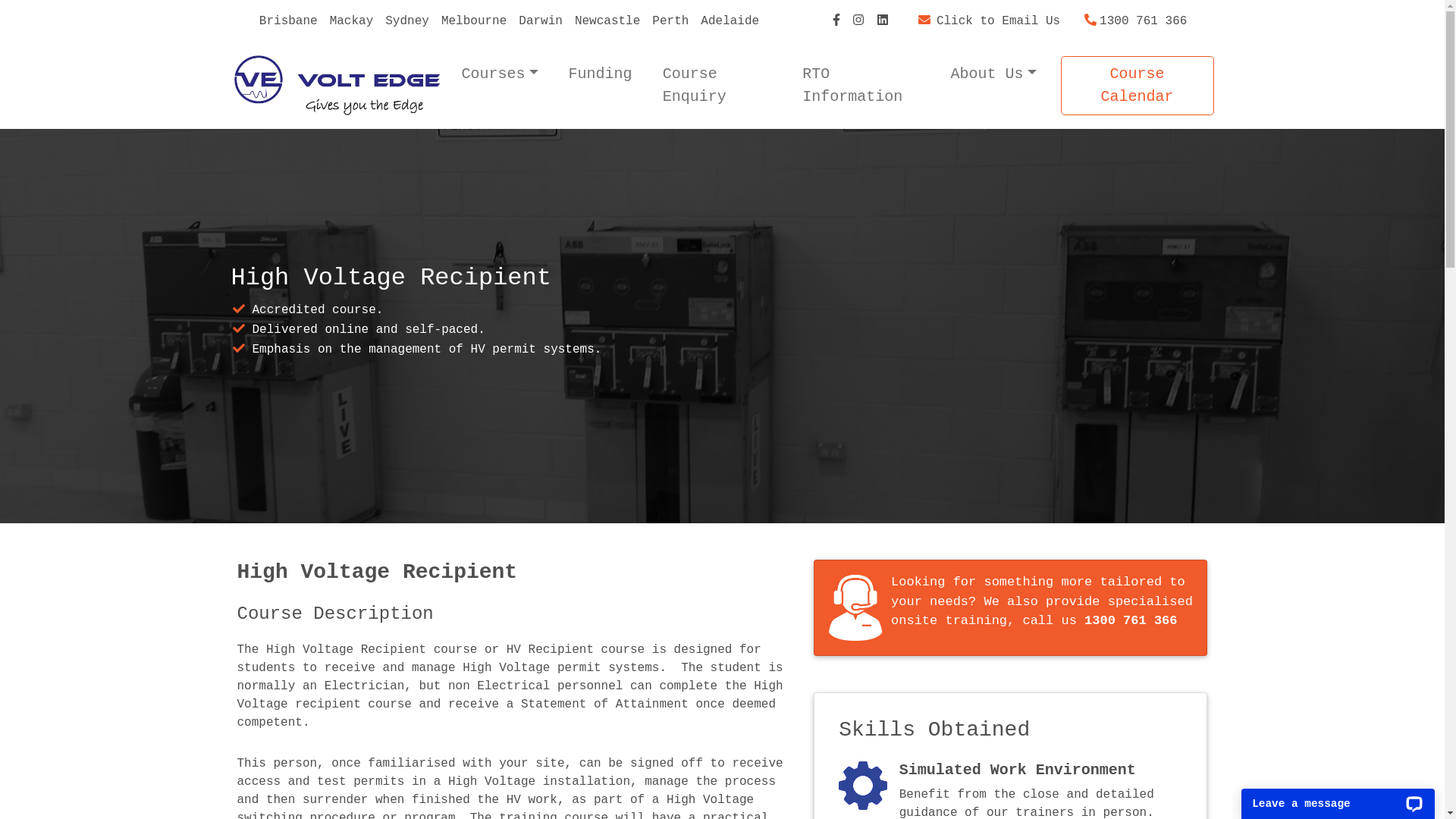 This screenshot has height=819, width=1456. What do you see at coordinates (472, 20) in the screenshot?
I see `'Melbourne'` at bounding box center [472, 20].